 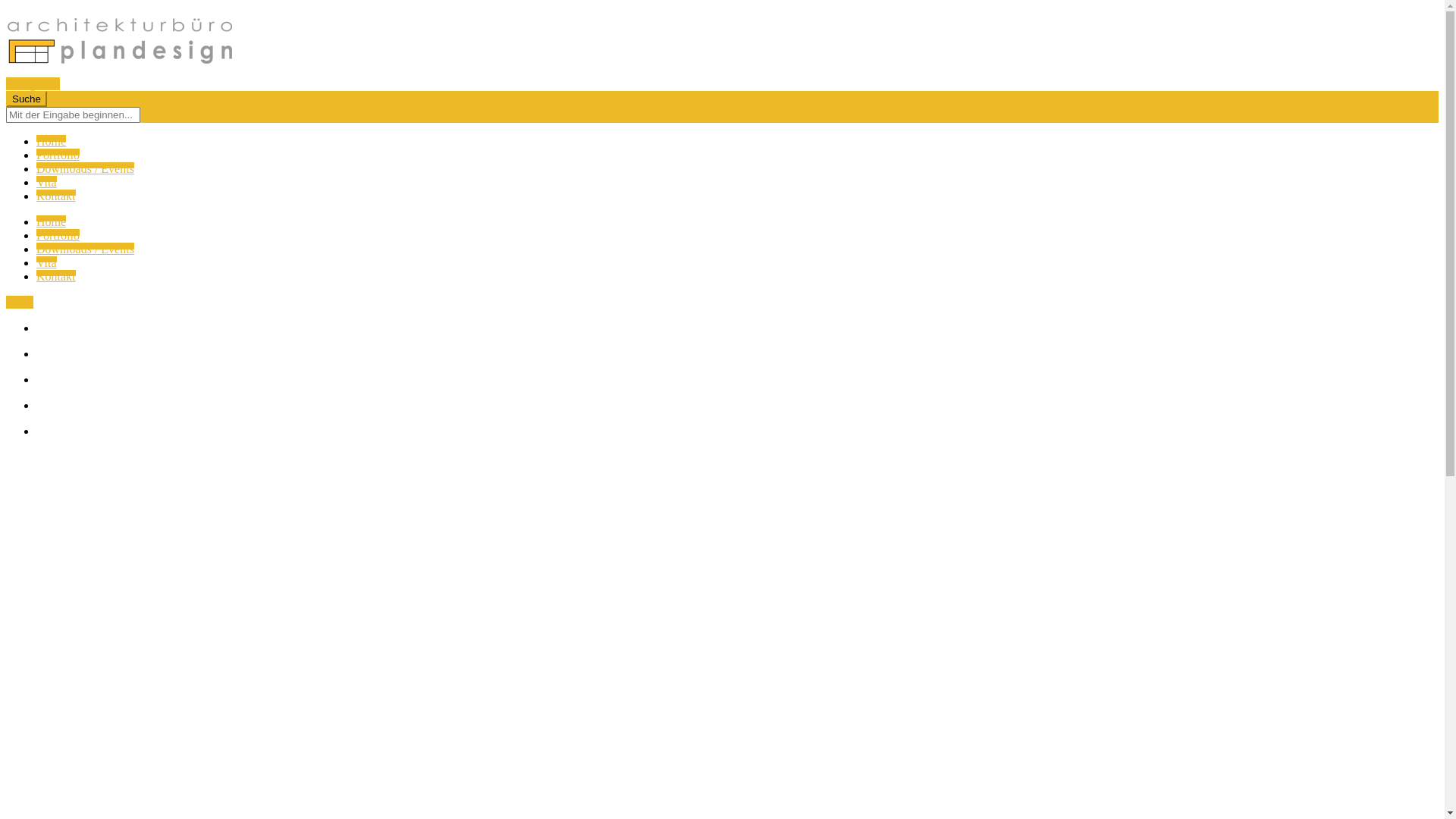 What do you see at coordinates (6, 99) in the screenshot?
I see `'Suche'` at bounding box center [6, 99].